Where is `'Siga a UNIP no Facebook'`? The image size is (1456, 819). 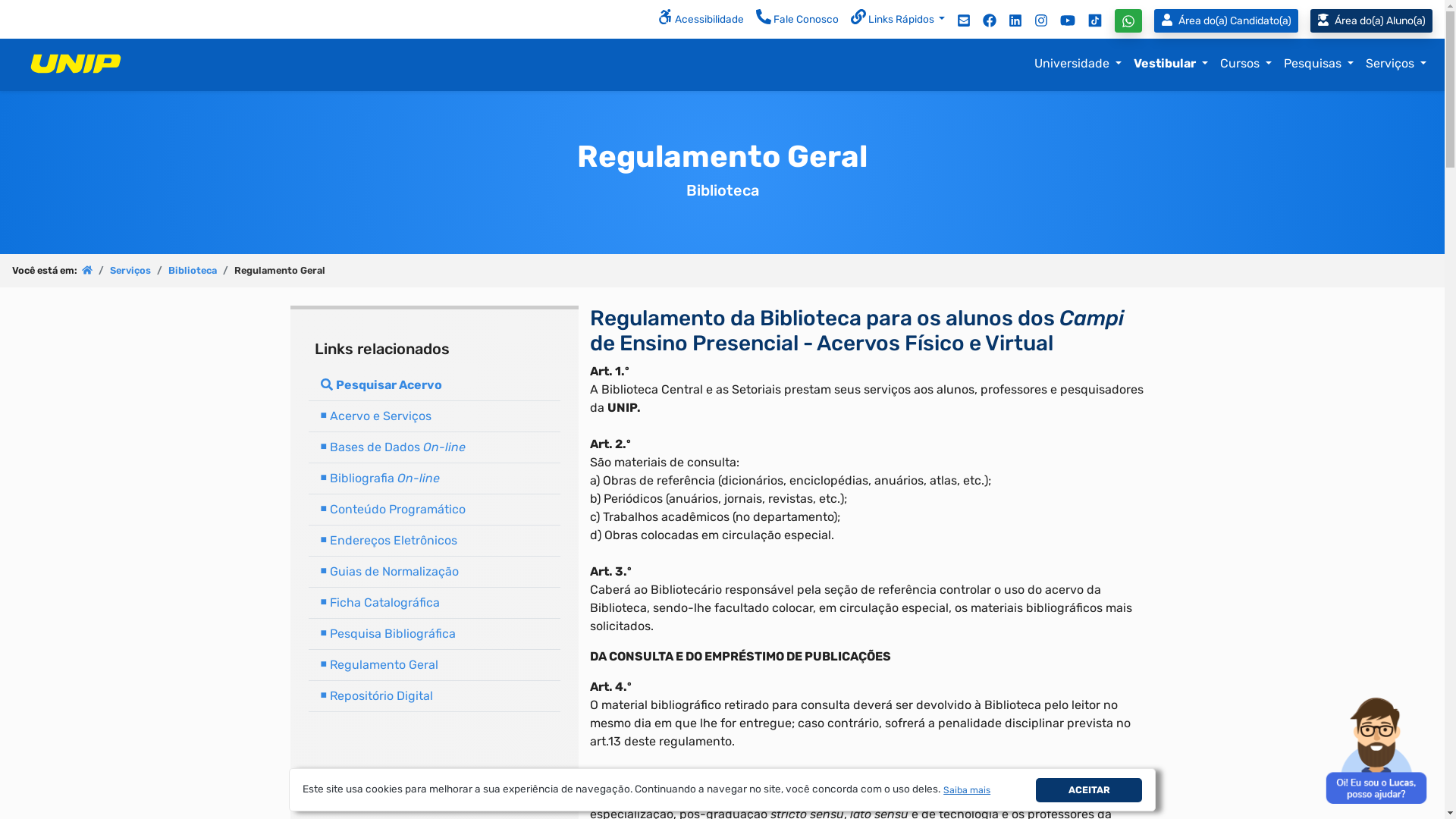
'Siga a UNIP no Facebook' is located at coordinates (990, 20).